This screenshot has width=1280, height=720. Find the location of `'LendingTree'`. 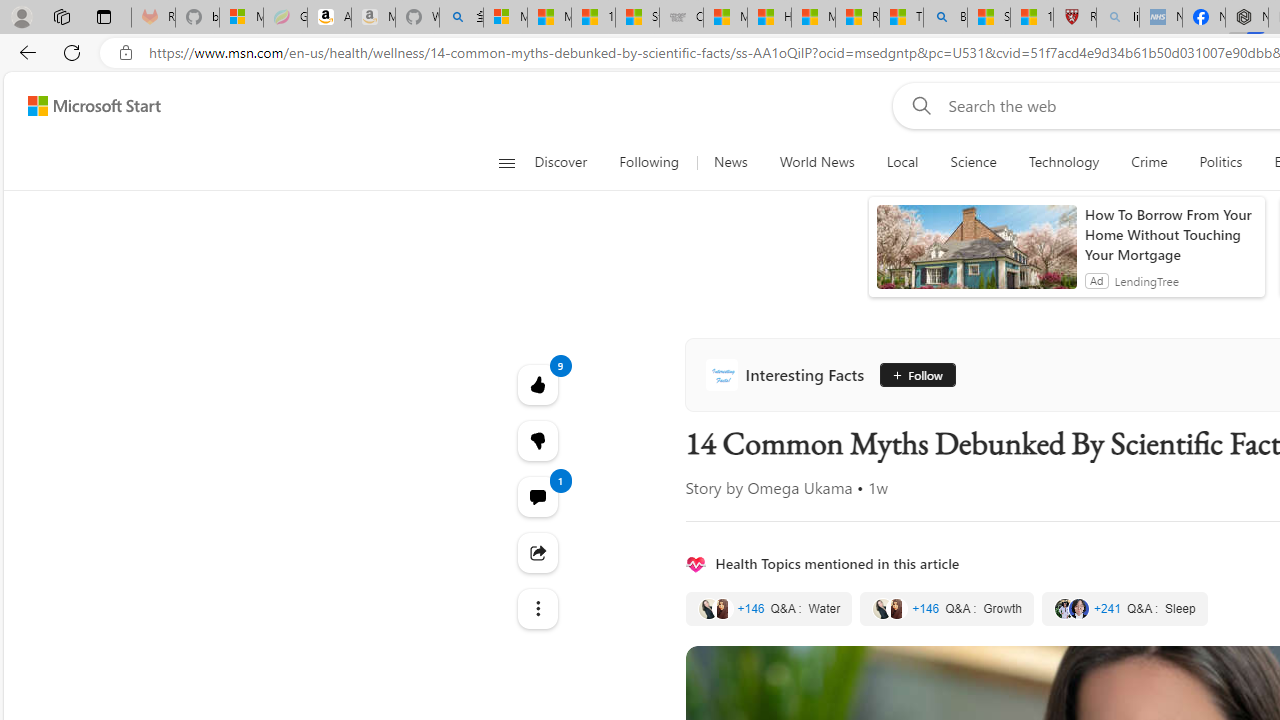

'LendingTree' is located at coordinates (1146, 280).